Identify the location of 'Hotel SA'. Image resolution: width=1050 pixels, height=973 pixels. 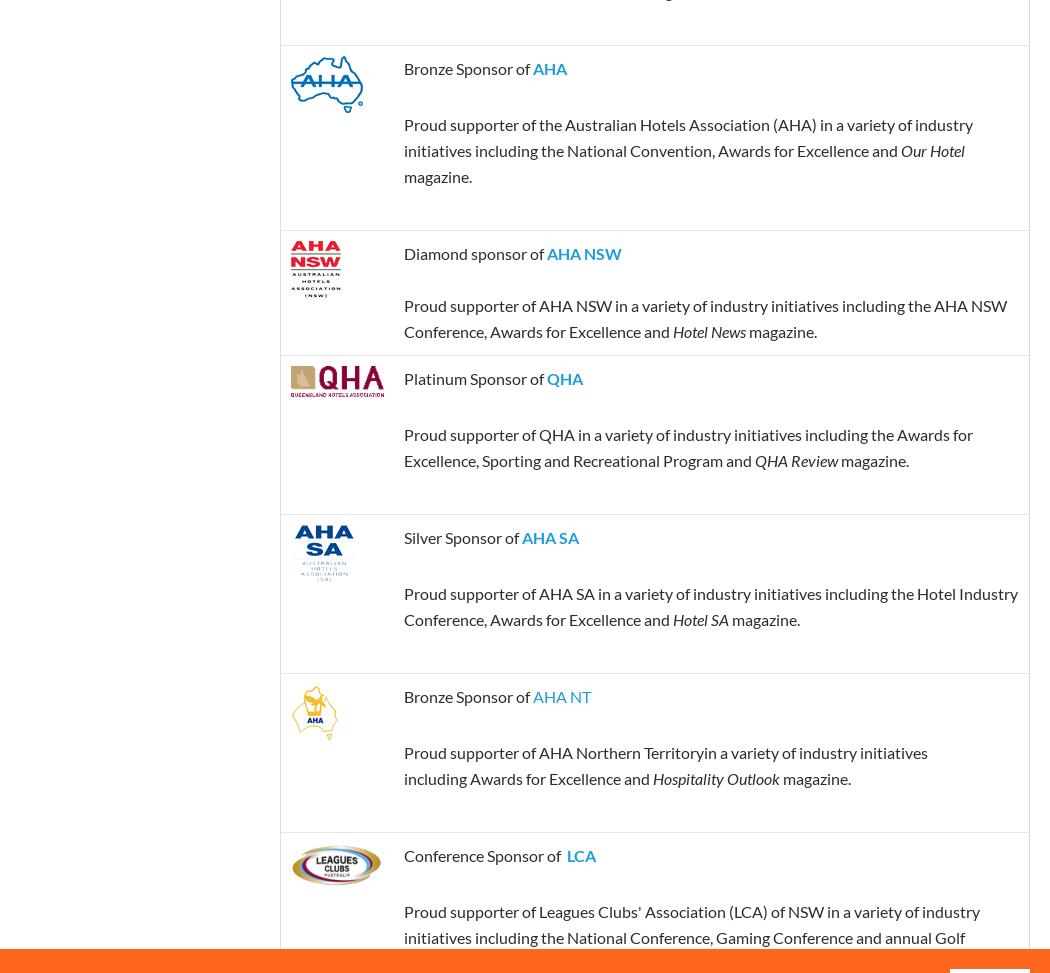
(700, 618).